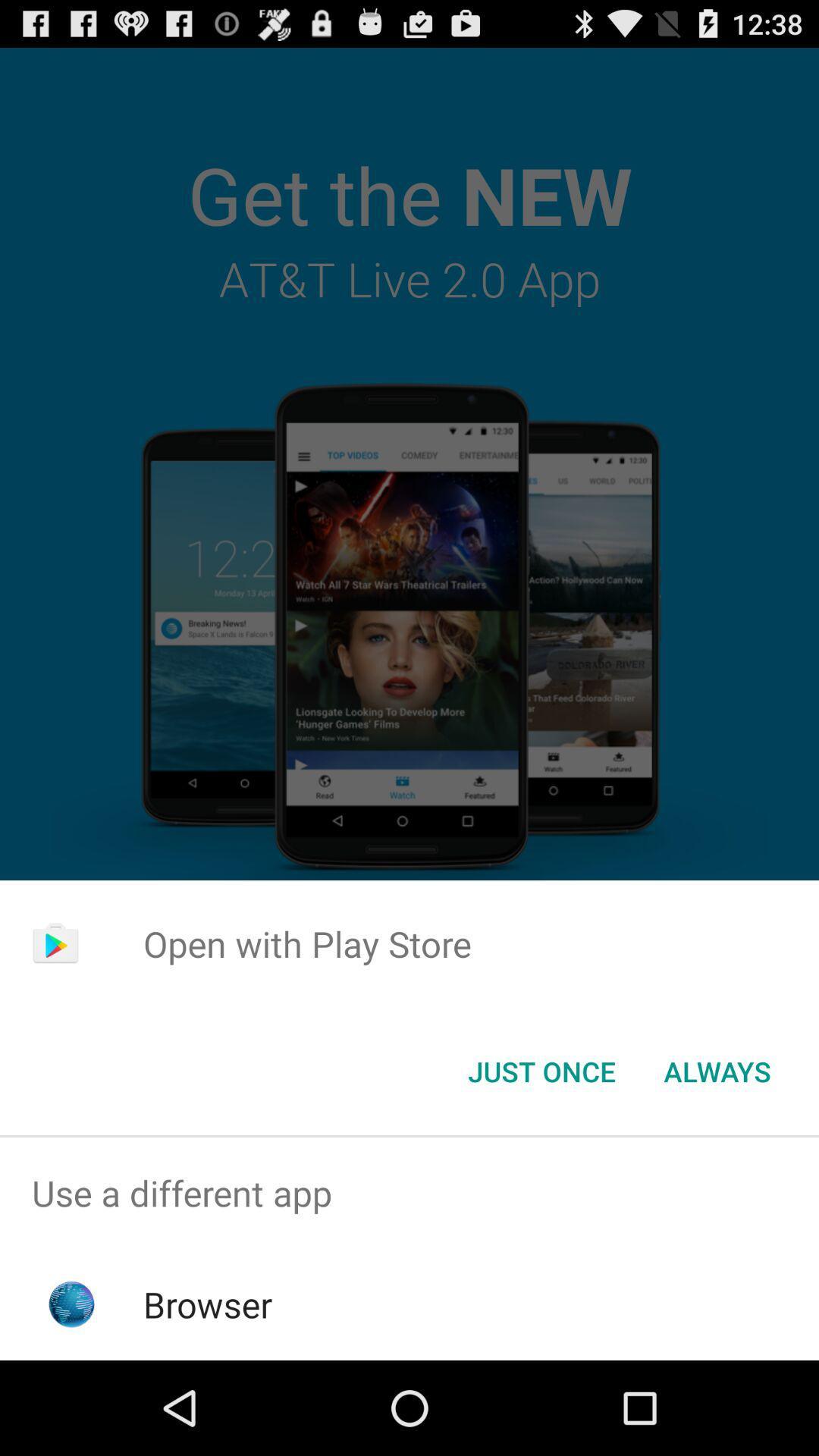 Image resolution: width=819 pixels, height=1456 pixels. Describe the element at coordinates (717, 1070) in the screenshot. I see `item next to just once icon` at that location.